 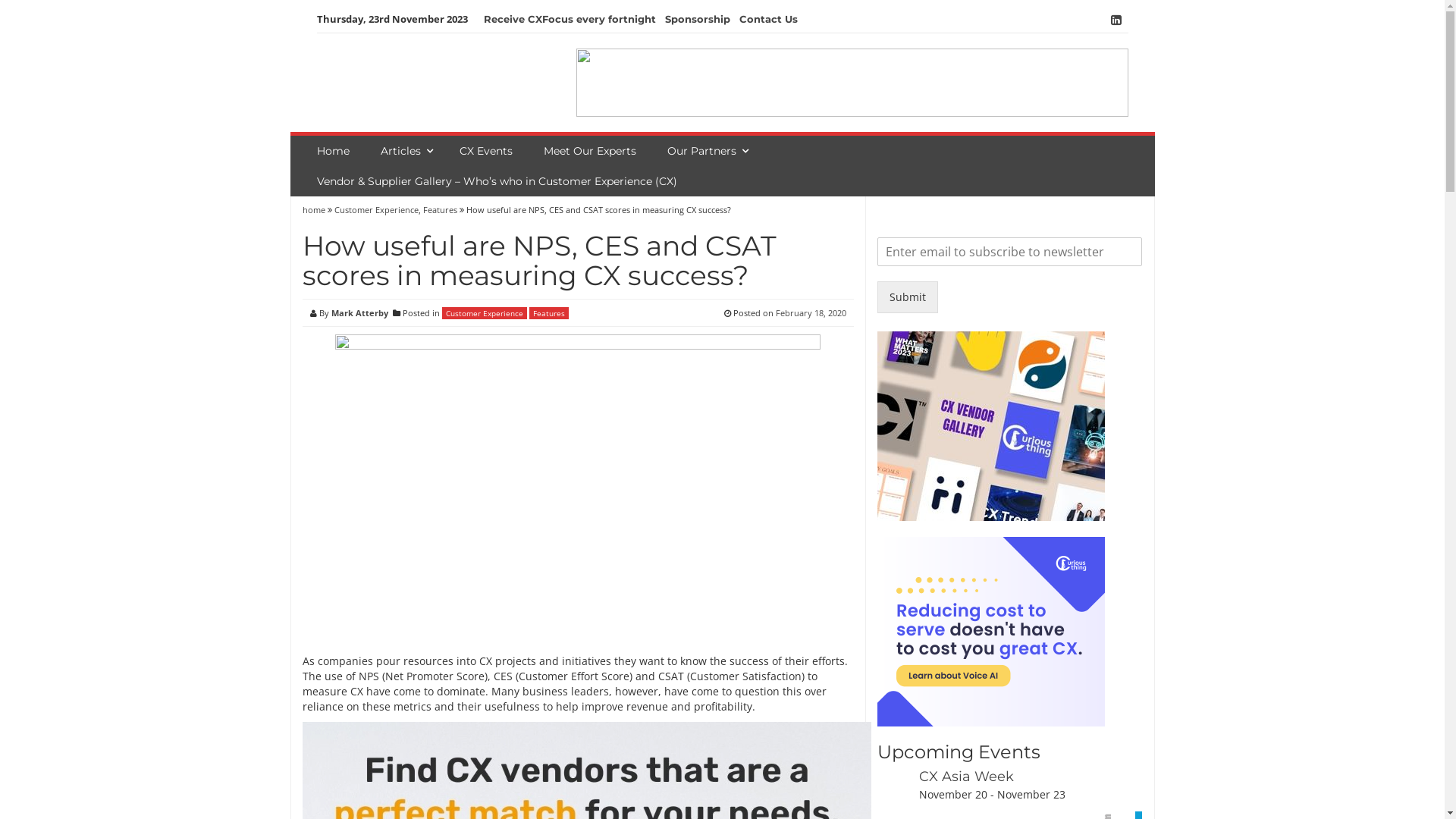 I want to click on 'Contact Us', so click(x=767, y=19).